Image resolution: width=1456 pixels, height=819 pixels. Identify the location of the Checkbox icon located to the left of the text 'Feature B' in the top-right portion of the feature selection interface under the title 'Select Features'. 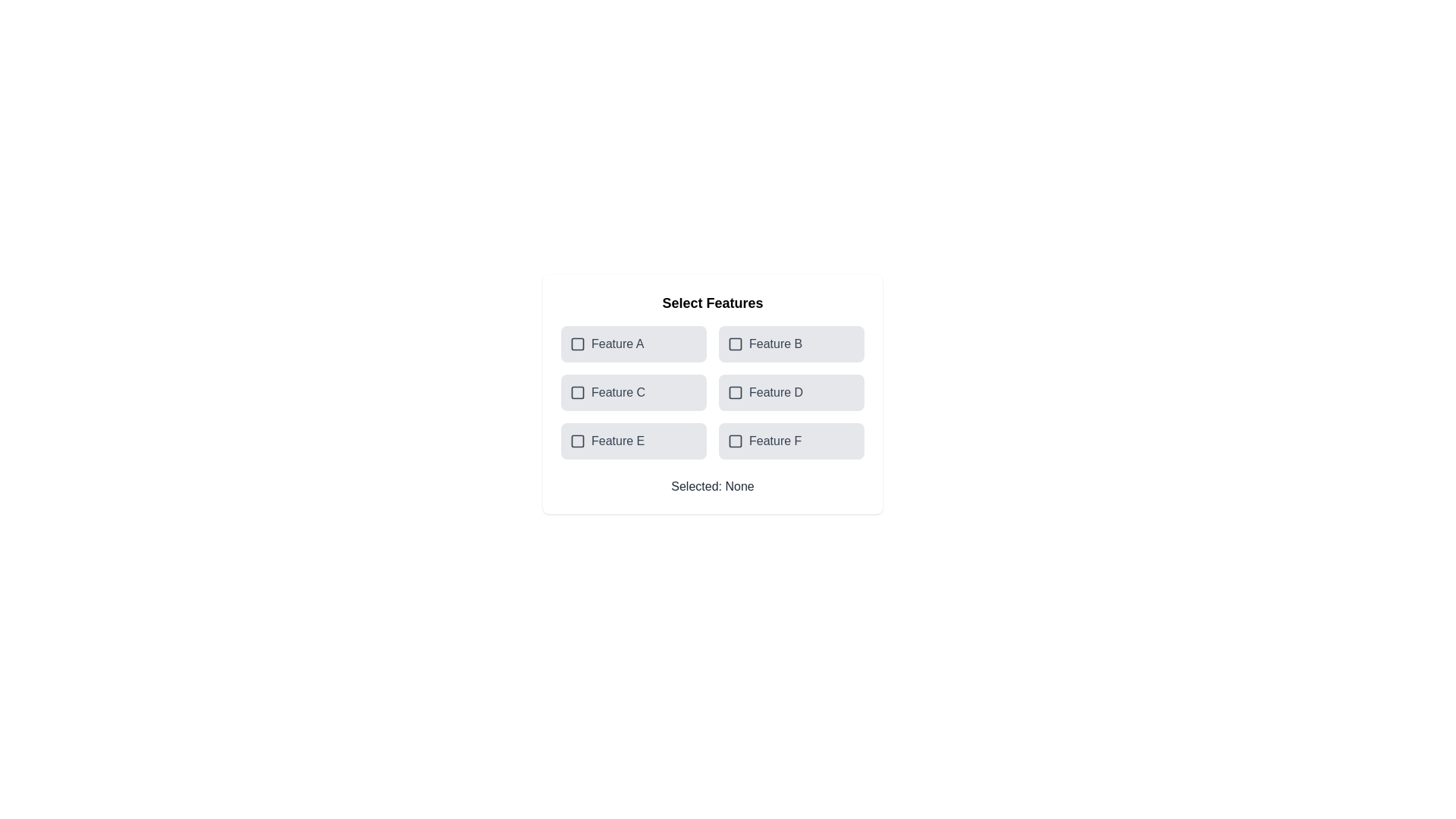
(735, 344).